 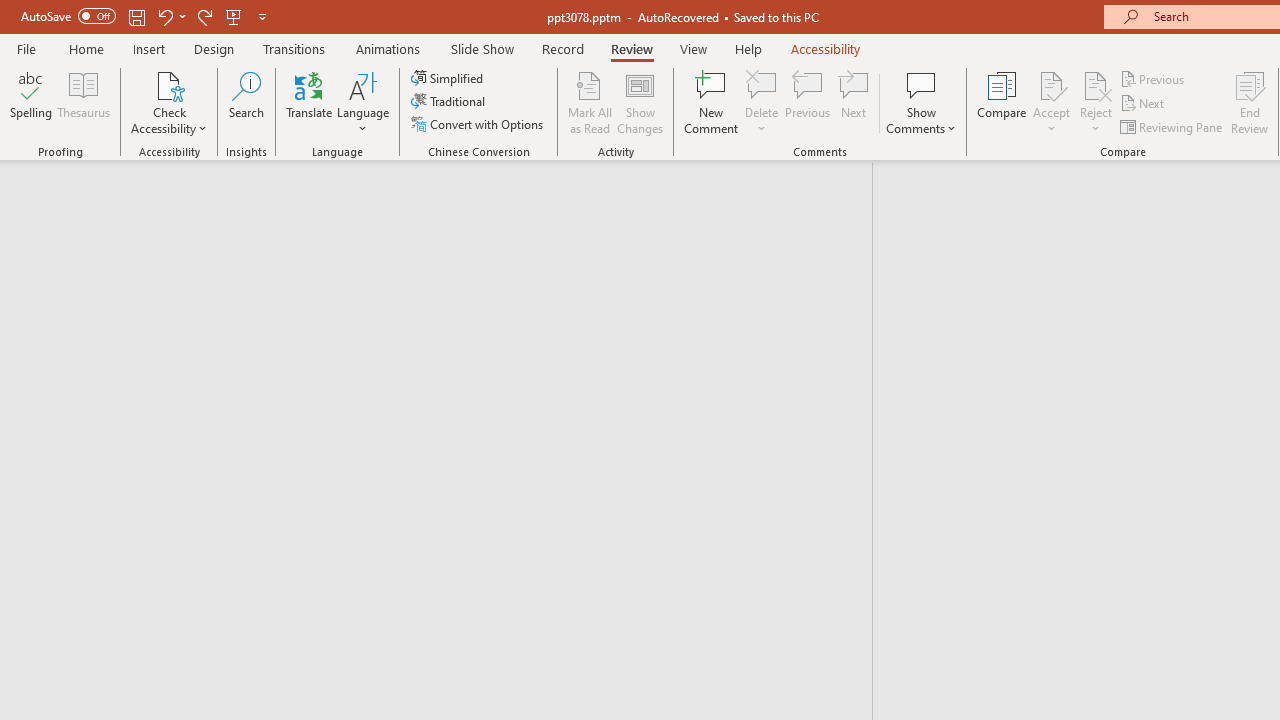 I want to click on 'Simplified', so click(x=448, y=77).